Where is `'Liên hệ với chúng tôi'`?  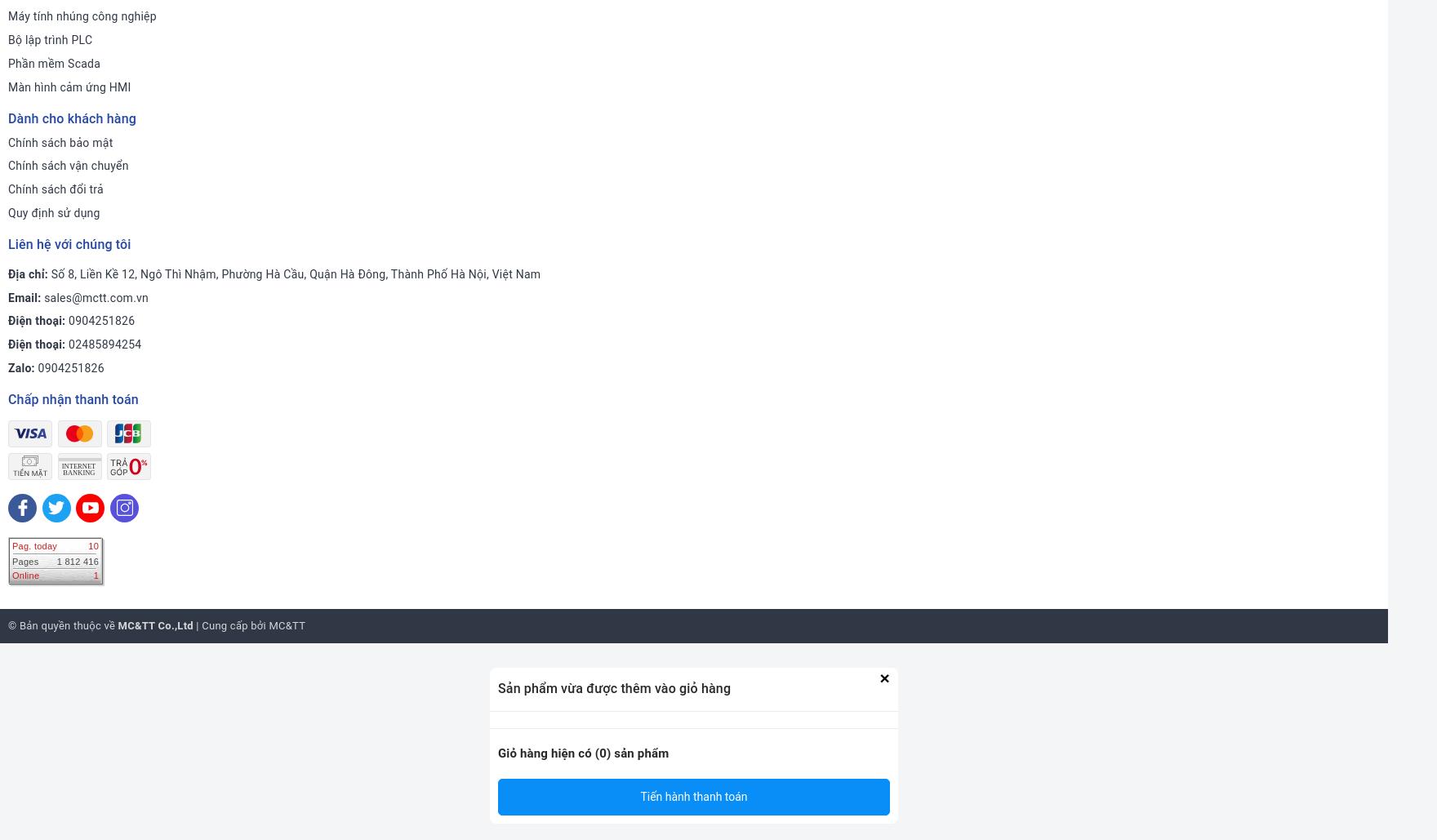 'Liên hệ với chúng tôi' is located at coordinates (8, 243).